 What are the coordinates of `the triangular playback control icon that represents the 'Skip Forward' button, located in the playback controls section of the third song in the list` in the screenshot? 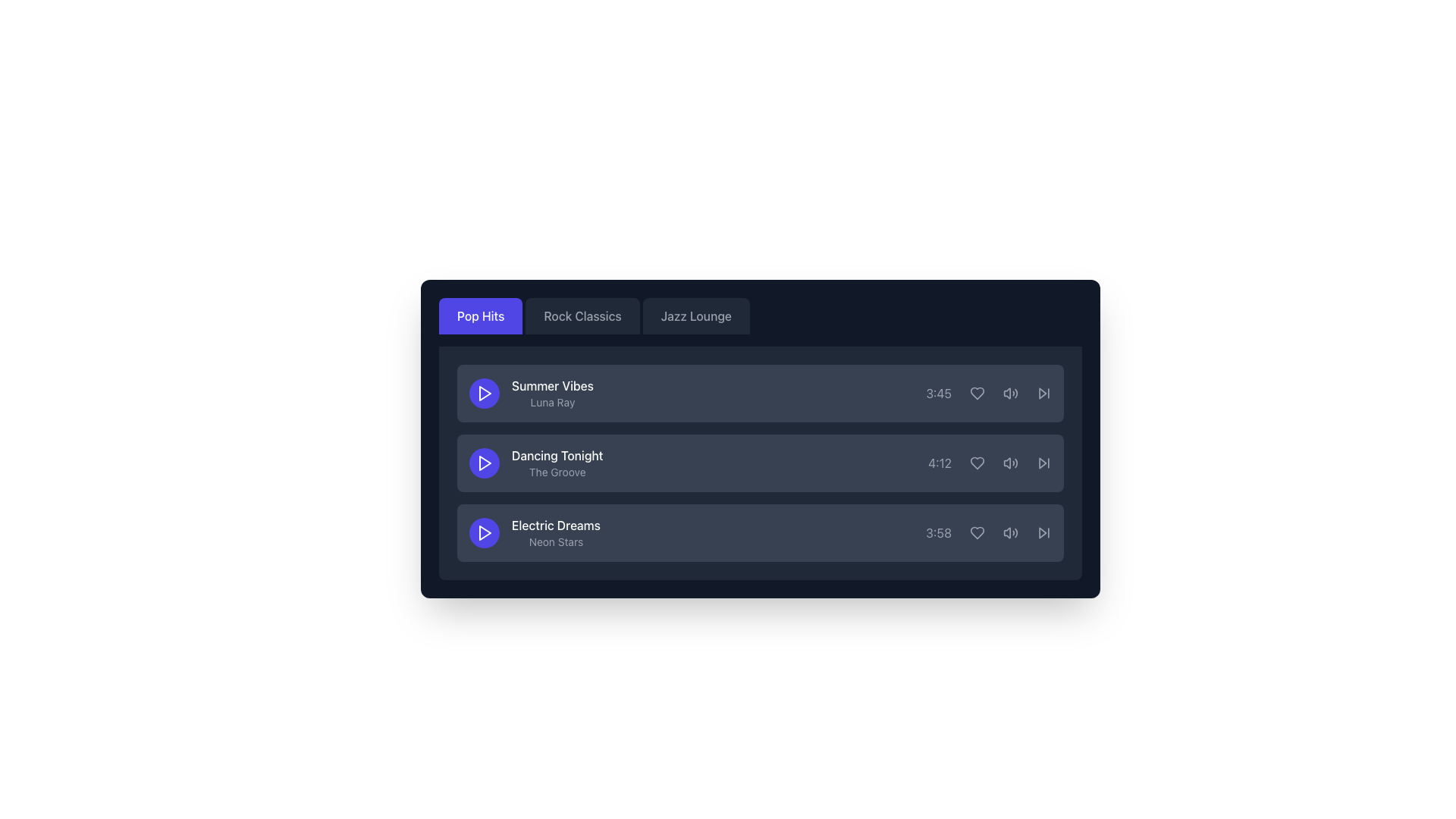 It's located at (1042, 393).